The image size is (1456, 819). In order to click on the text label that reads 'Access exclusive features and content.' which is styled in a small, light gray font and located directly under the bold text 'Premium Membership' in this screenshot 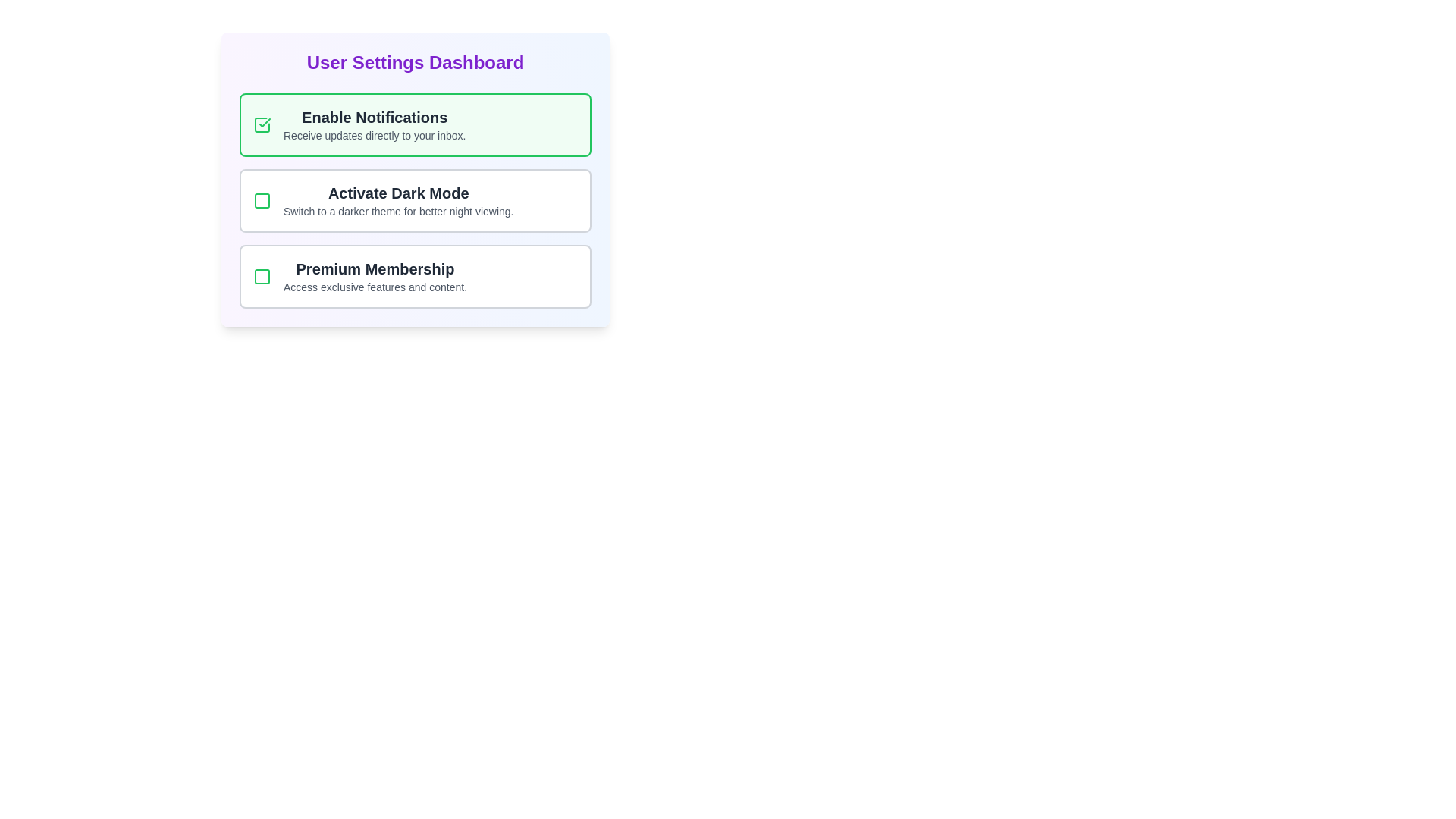, I will do `click(375, 287)`.